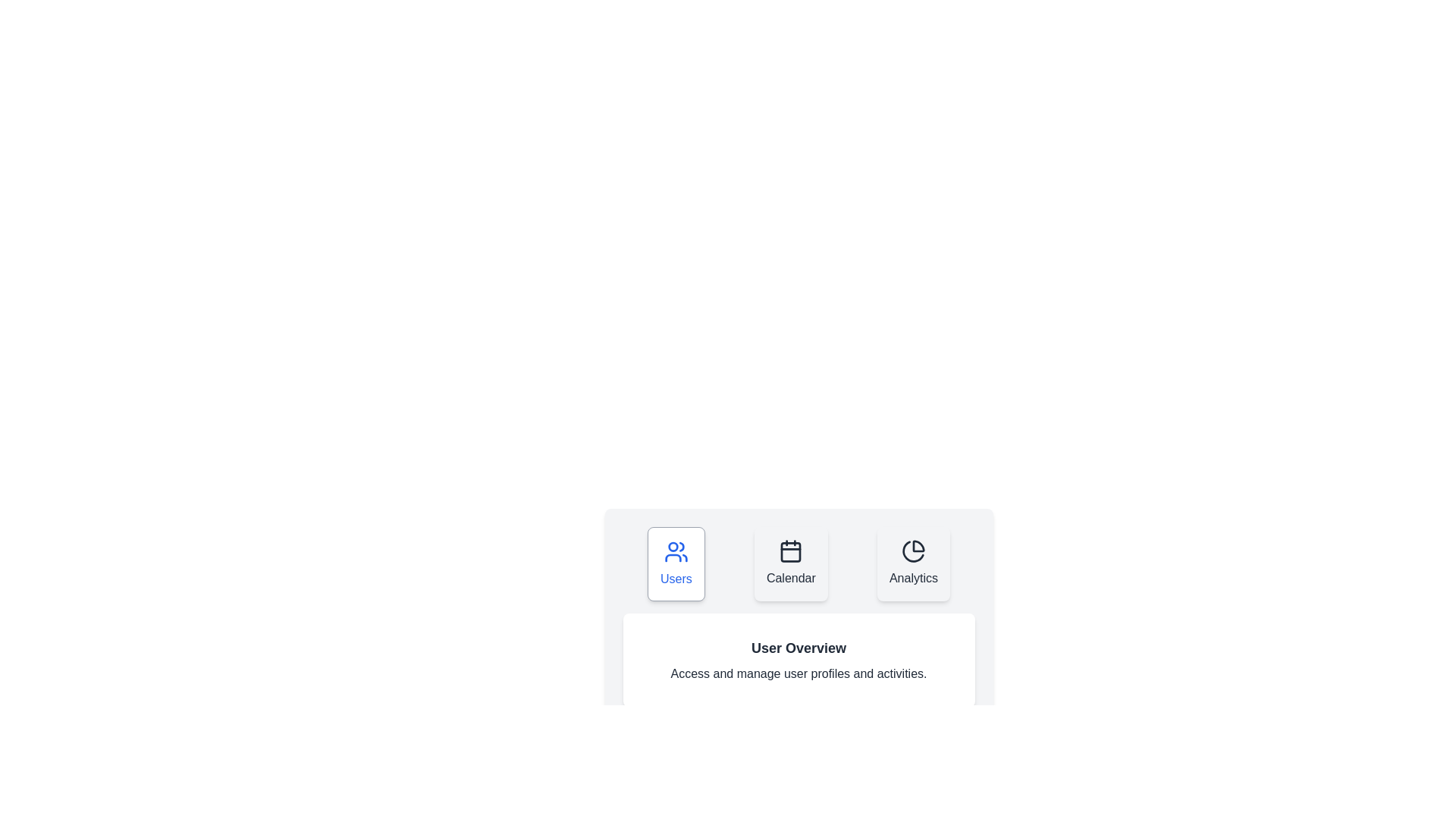  What do you see at coordinates (798, 648) in the screenshot?
I see `the text label 'User Overview' which is a bold, large font heading centrally positioned above a smaller descriptive text` at bounding box center [798, 648].